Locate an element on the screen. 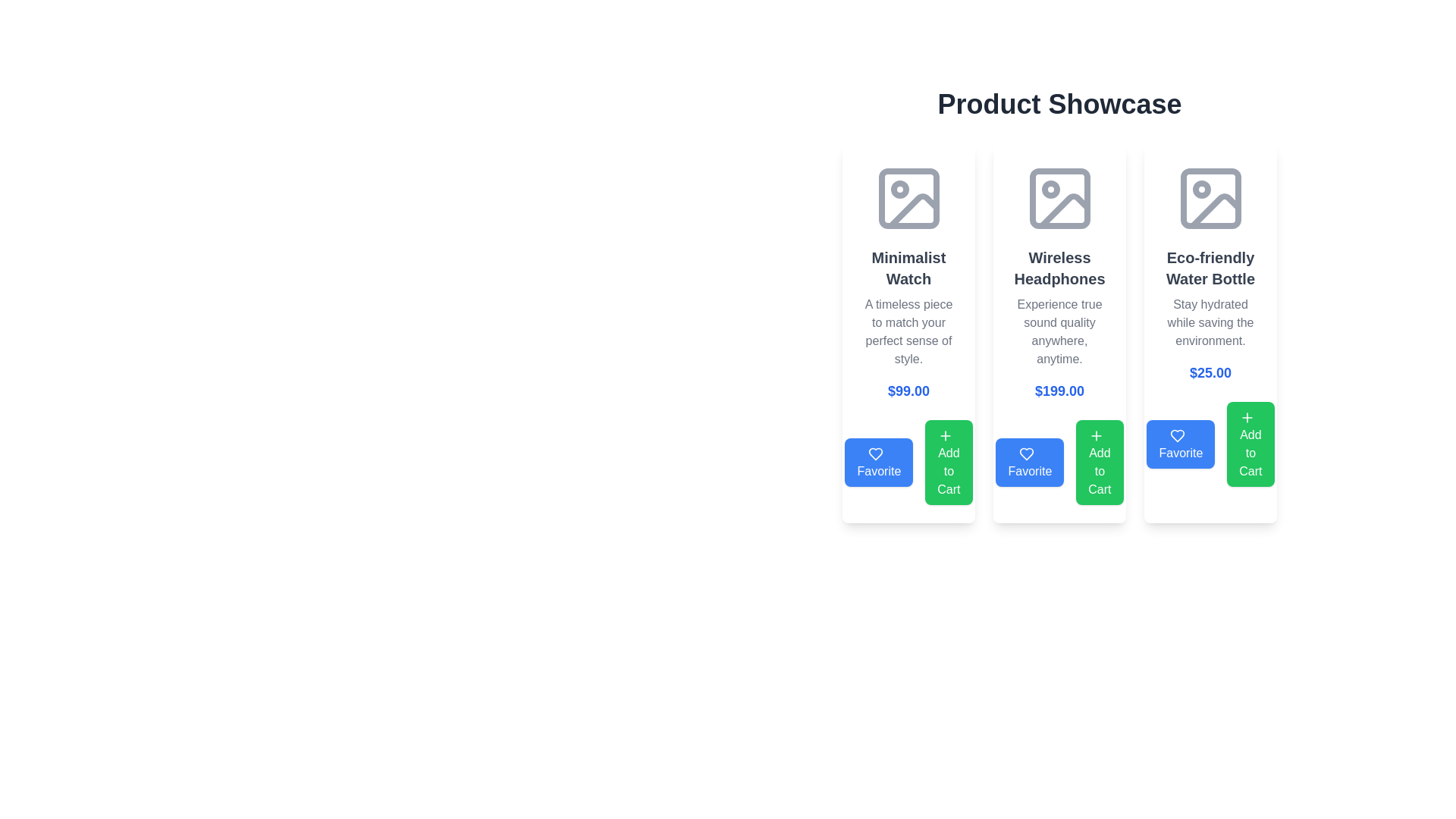 The height and width of the screenshot is (819, 1456). descriptive text label providing additional information about the 'Wireless Headphones' product, which is located below the title and above the price is located at coordinates (1059, 331).